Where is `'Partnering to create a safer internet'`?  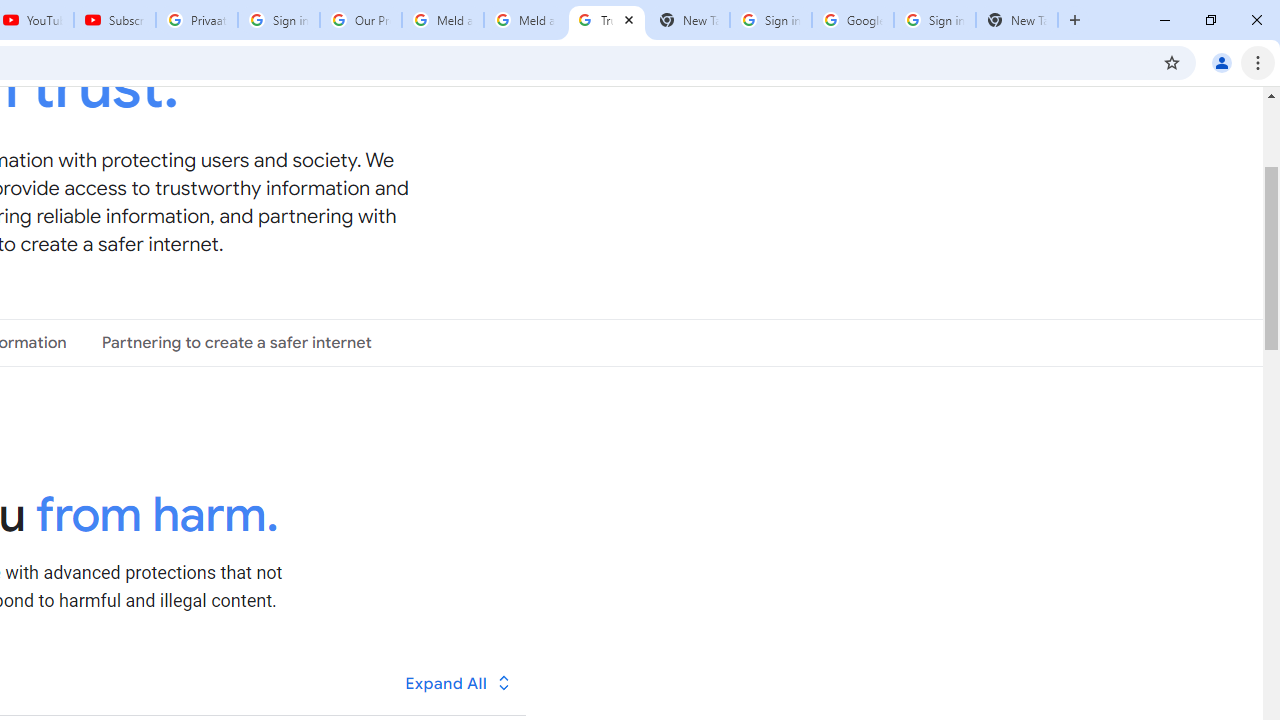
'Partnering to create a safer internet' is located at coordinates (236, 342).